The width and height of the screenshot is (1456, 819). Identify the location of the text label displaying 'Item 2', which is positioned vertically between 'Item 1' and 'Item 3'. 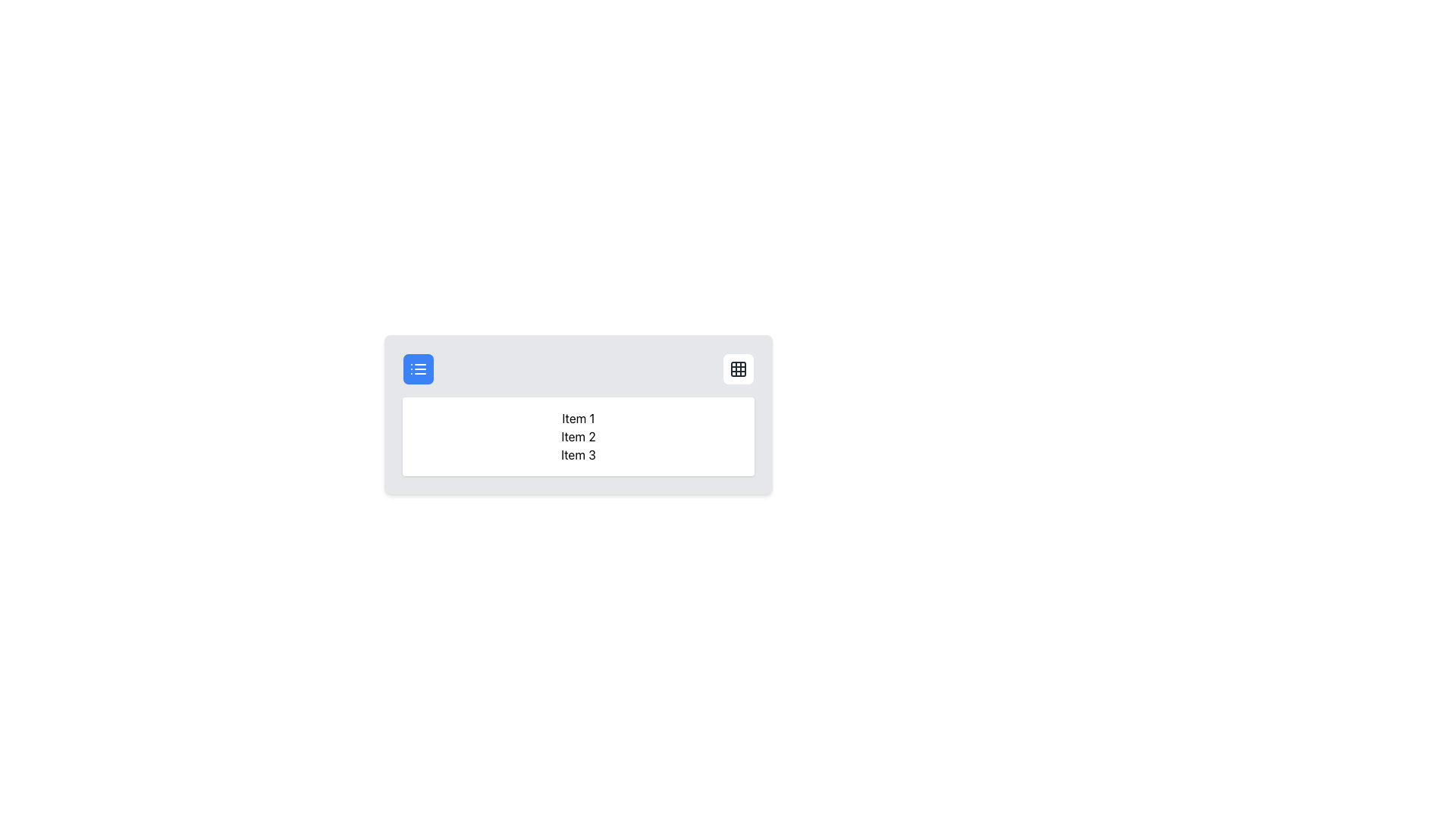
(578, 436).